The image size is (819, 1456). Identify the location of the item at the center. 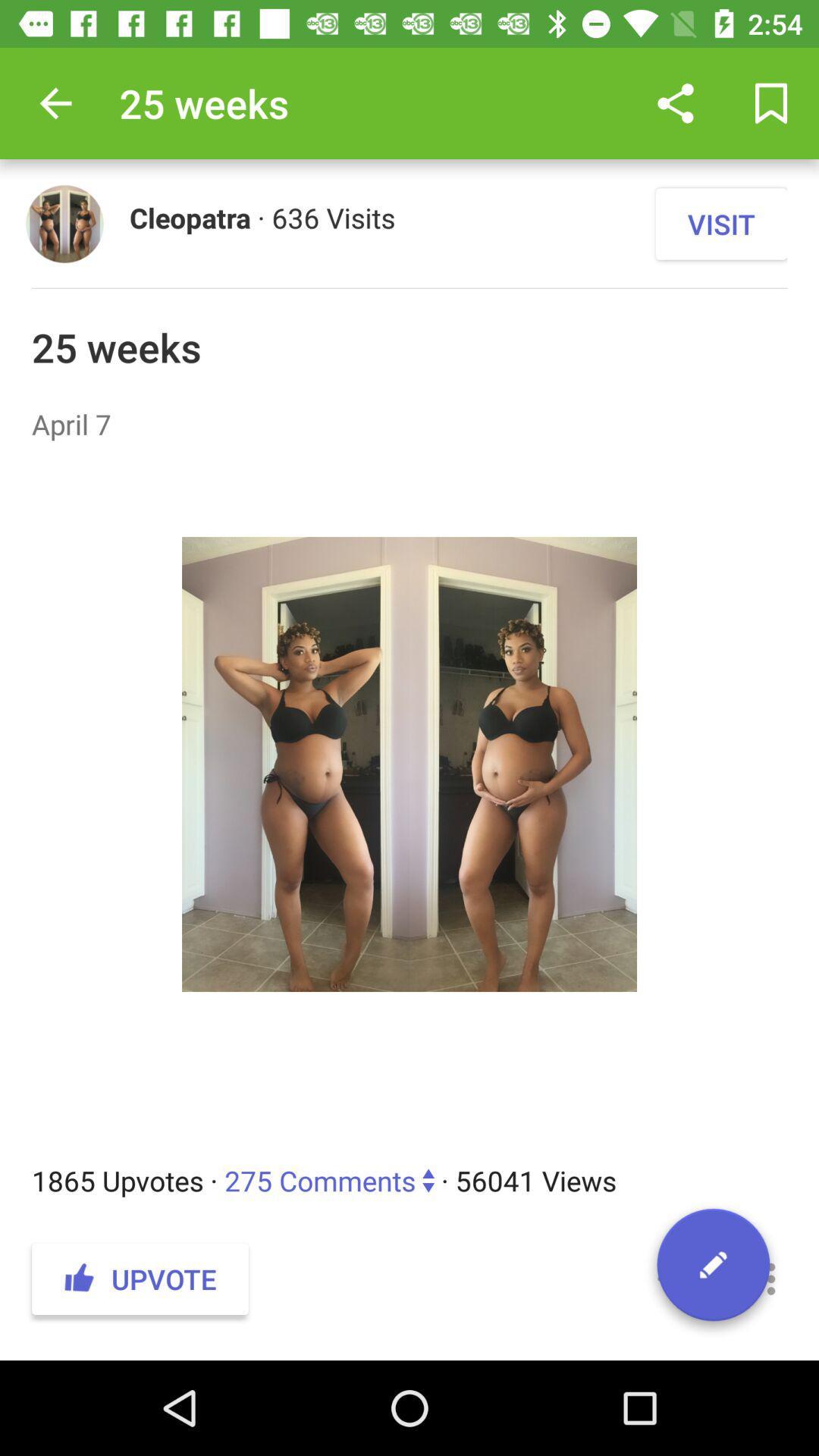
(409, 802).